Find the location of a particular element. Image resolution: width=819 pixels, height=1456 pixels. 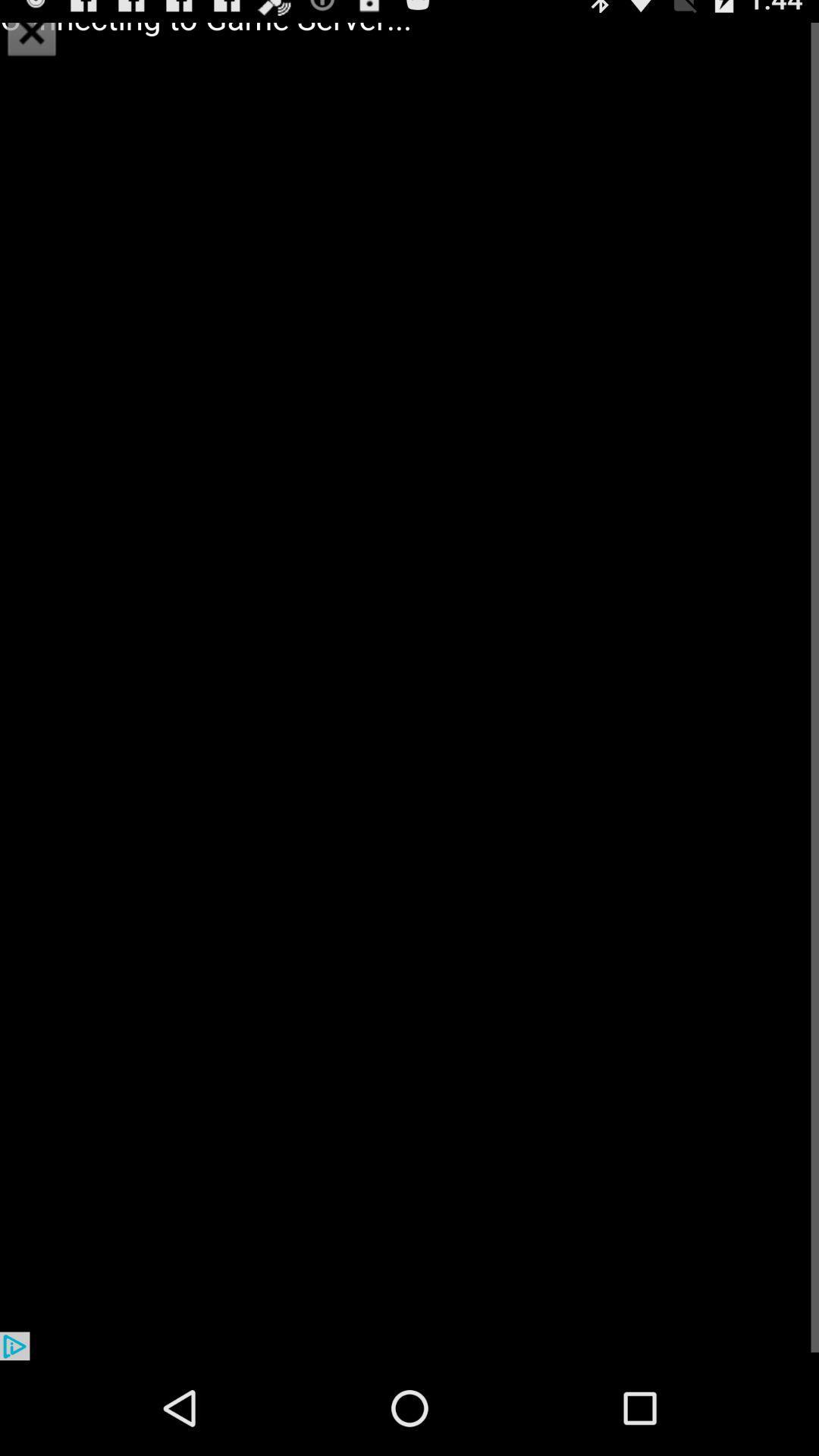

the close icon is located at coordinates (32, 33).